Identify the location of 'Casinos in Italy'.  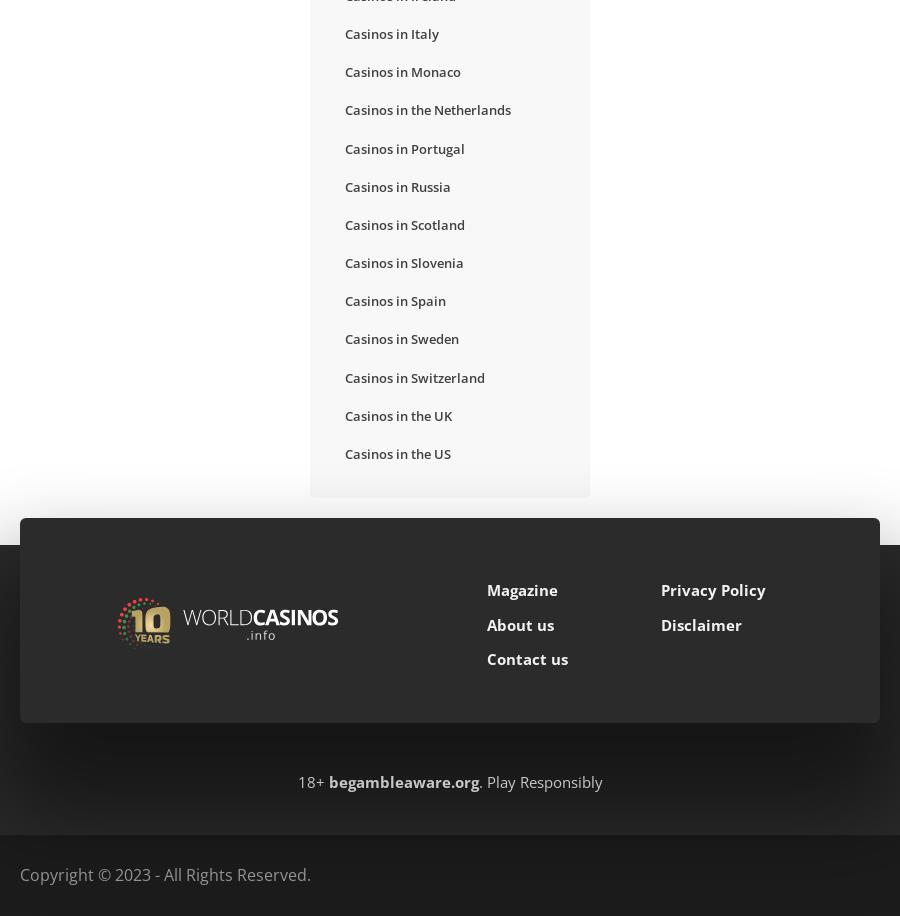
(392, 32).